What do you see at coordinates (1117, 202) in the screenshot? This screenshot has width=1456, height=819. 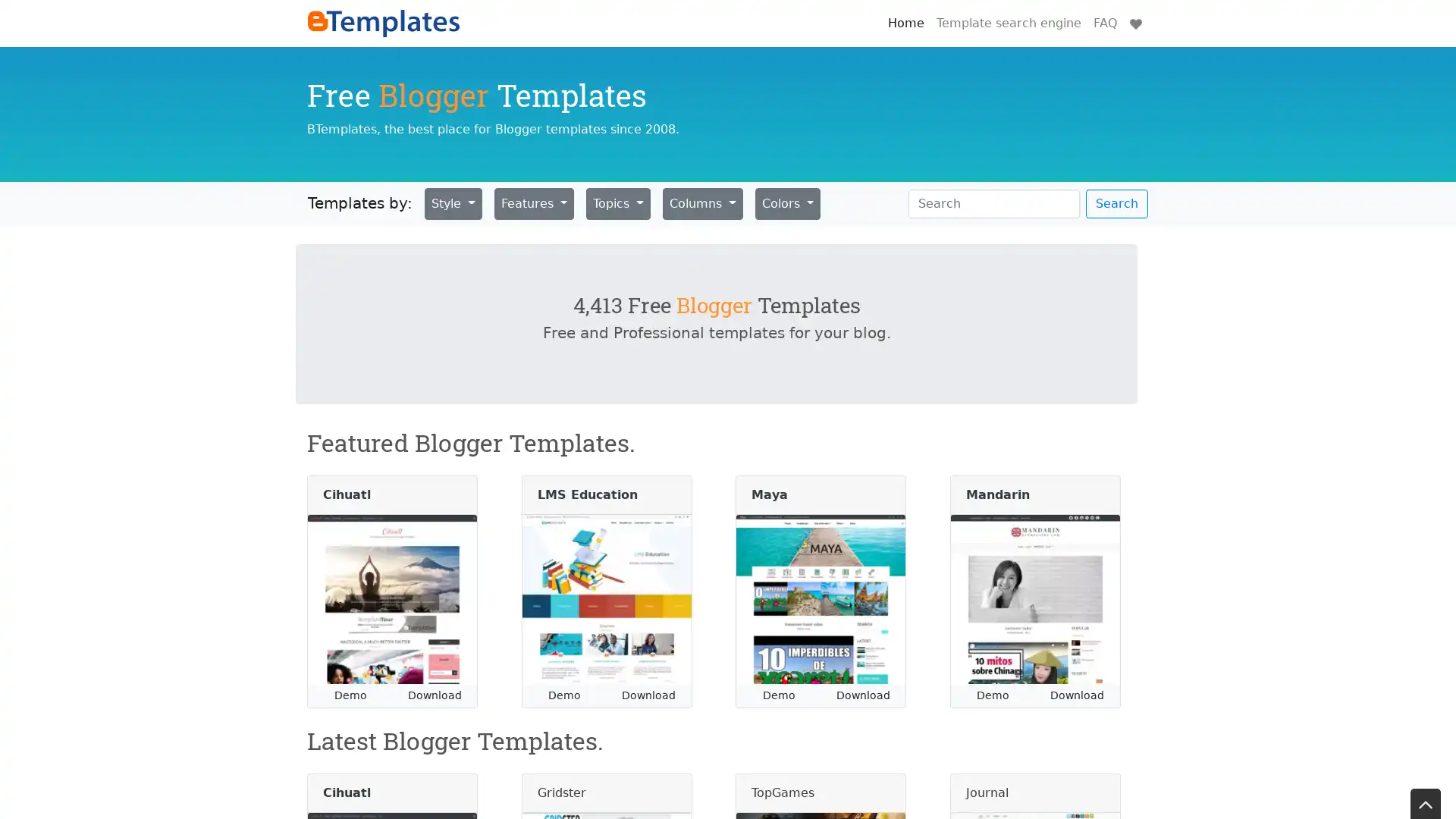 I see `Search` at bounding box center [1117, 202].